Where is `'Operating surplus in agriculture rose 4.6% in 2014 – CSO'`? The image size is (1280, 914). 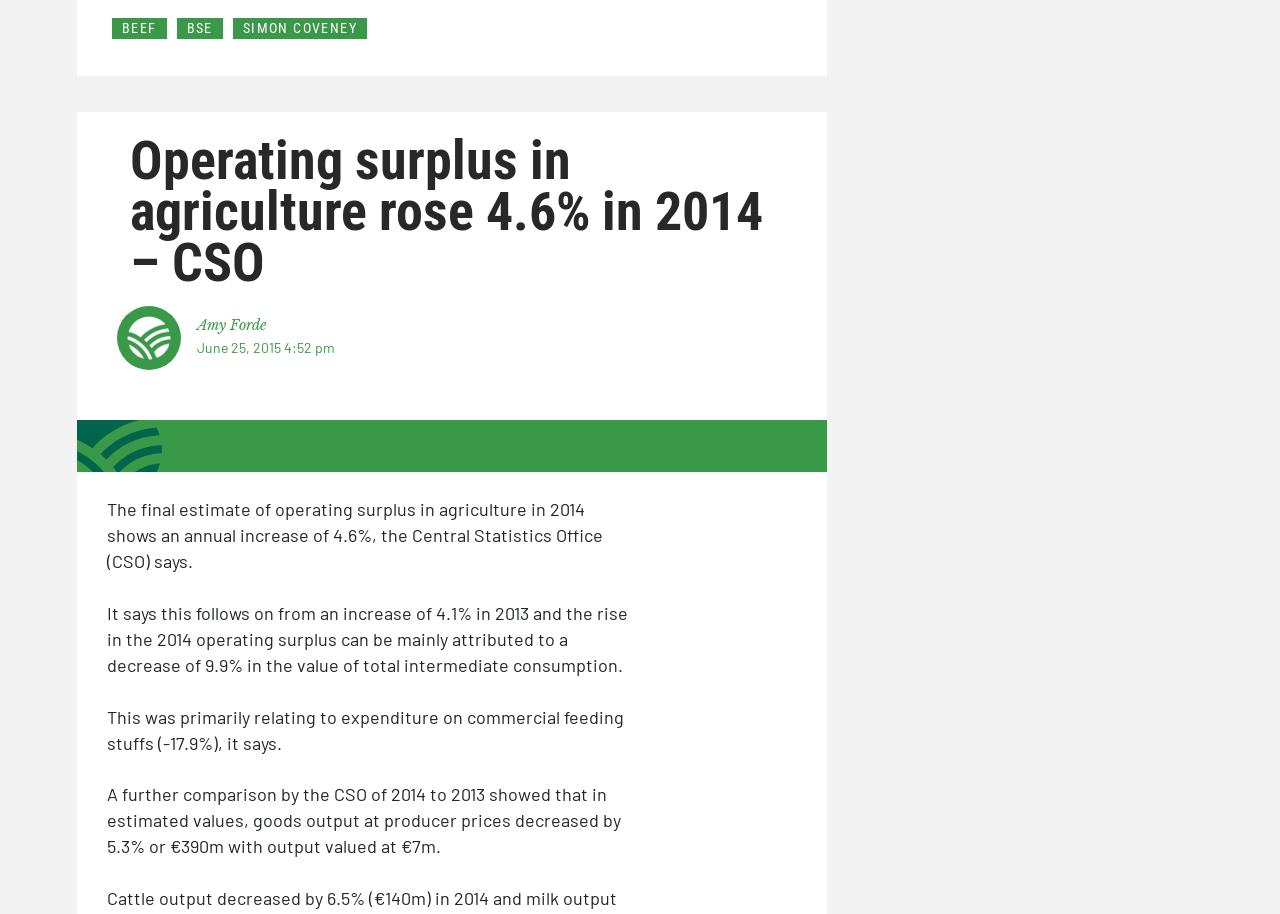 'Operating surplus in agriculture rose 4.6% in 2014 – CSO' is located at coordinates (445, 211).